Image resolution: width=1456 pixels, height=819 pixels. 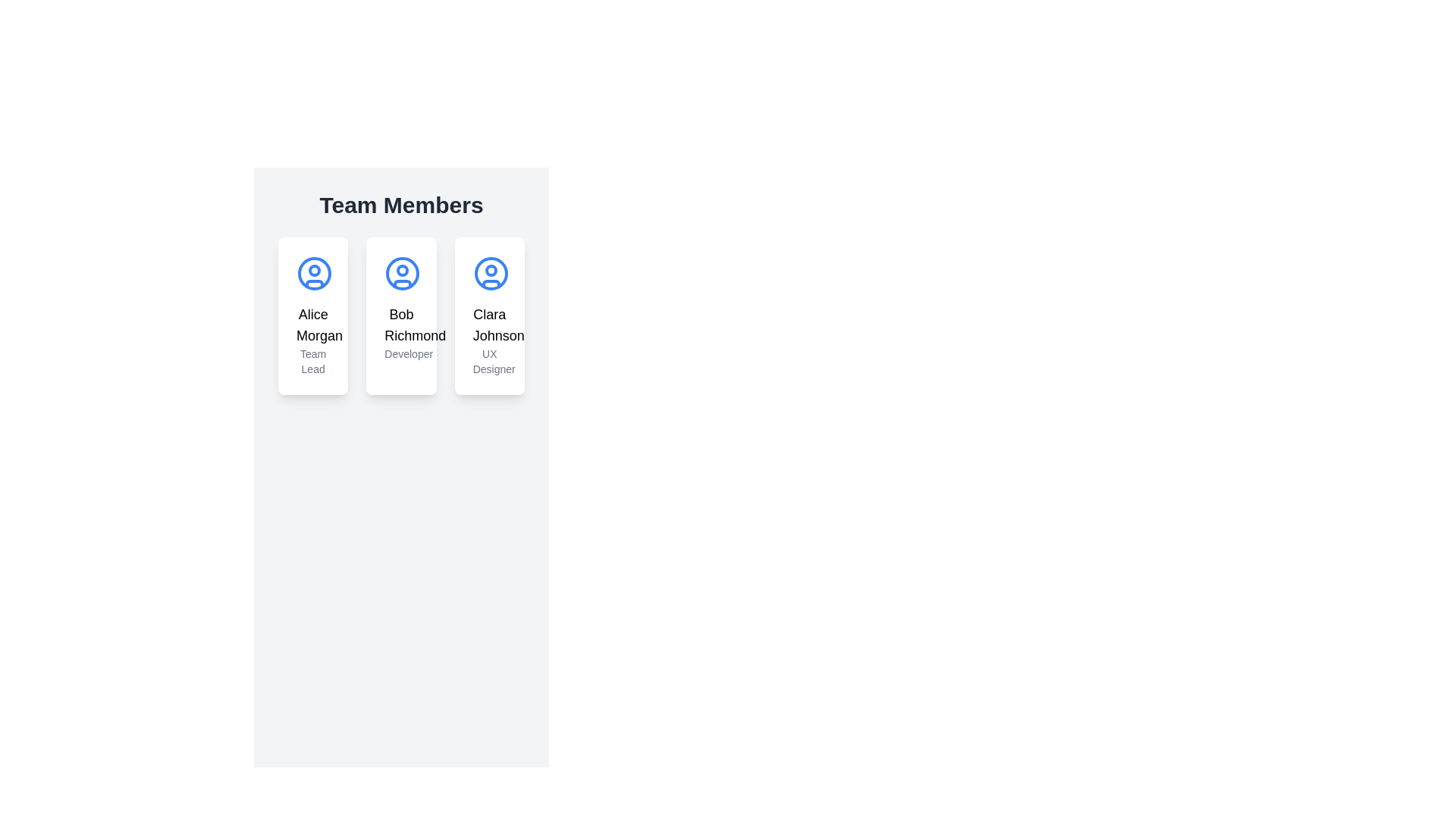 What do you see at coordinates (489, 315) in the screenshot?
I see `the Card component representing Clara Johnson, which is the third card in a row of three cards within a grid layout` at bounding box center [489, 315].